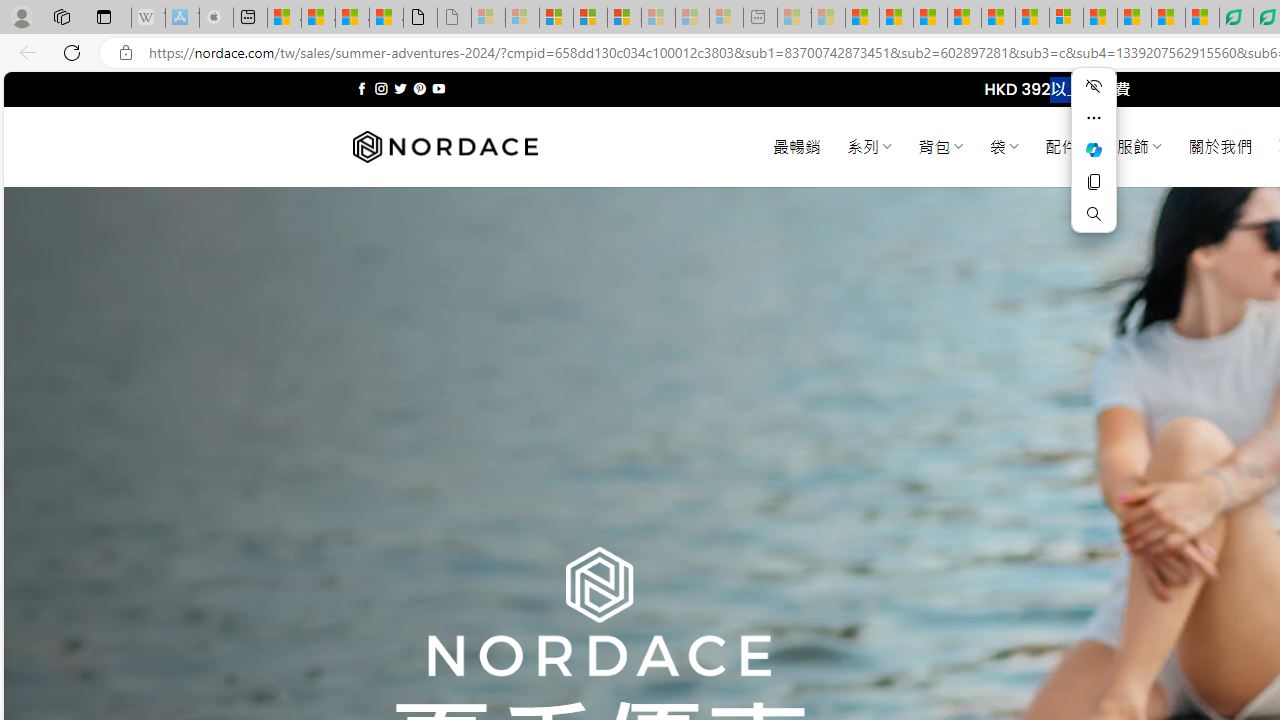 Image resolution: width=1280 pixels, height=720 pixels. Describe the element at coordinates (362, 88) in the screenshot. I see `'Follow on Facebook'` at that location.